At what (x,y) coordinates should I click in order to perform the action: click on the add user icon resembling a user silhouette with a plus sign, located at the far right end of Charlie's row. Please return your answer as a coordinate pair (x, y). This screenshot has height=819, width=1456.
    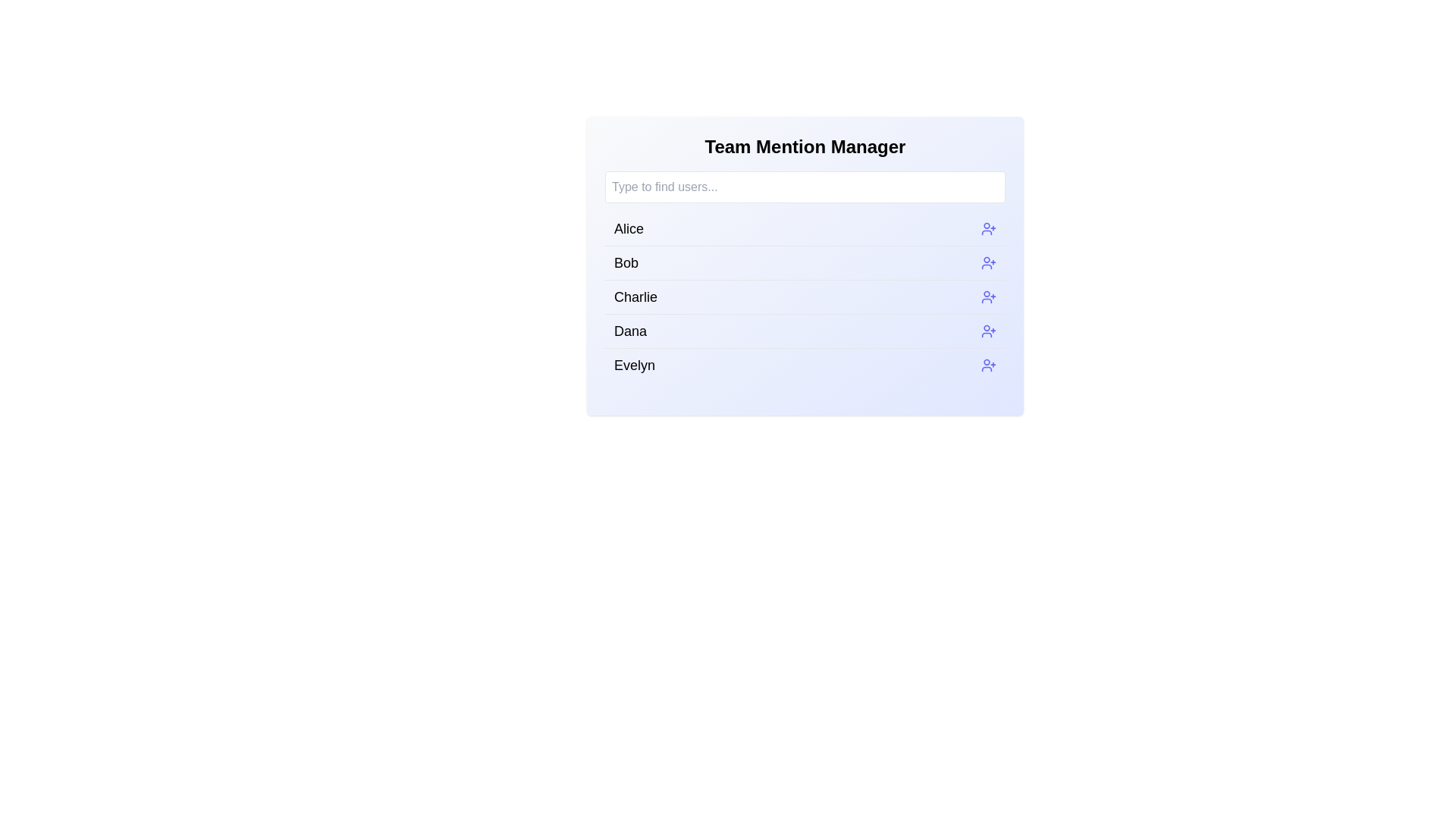
    Looking at the image, I should click on (989, 297).